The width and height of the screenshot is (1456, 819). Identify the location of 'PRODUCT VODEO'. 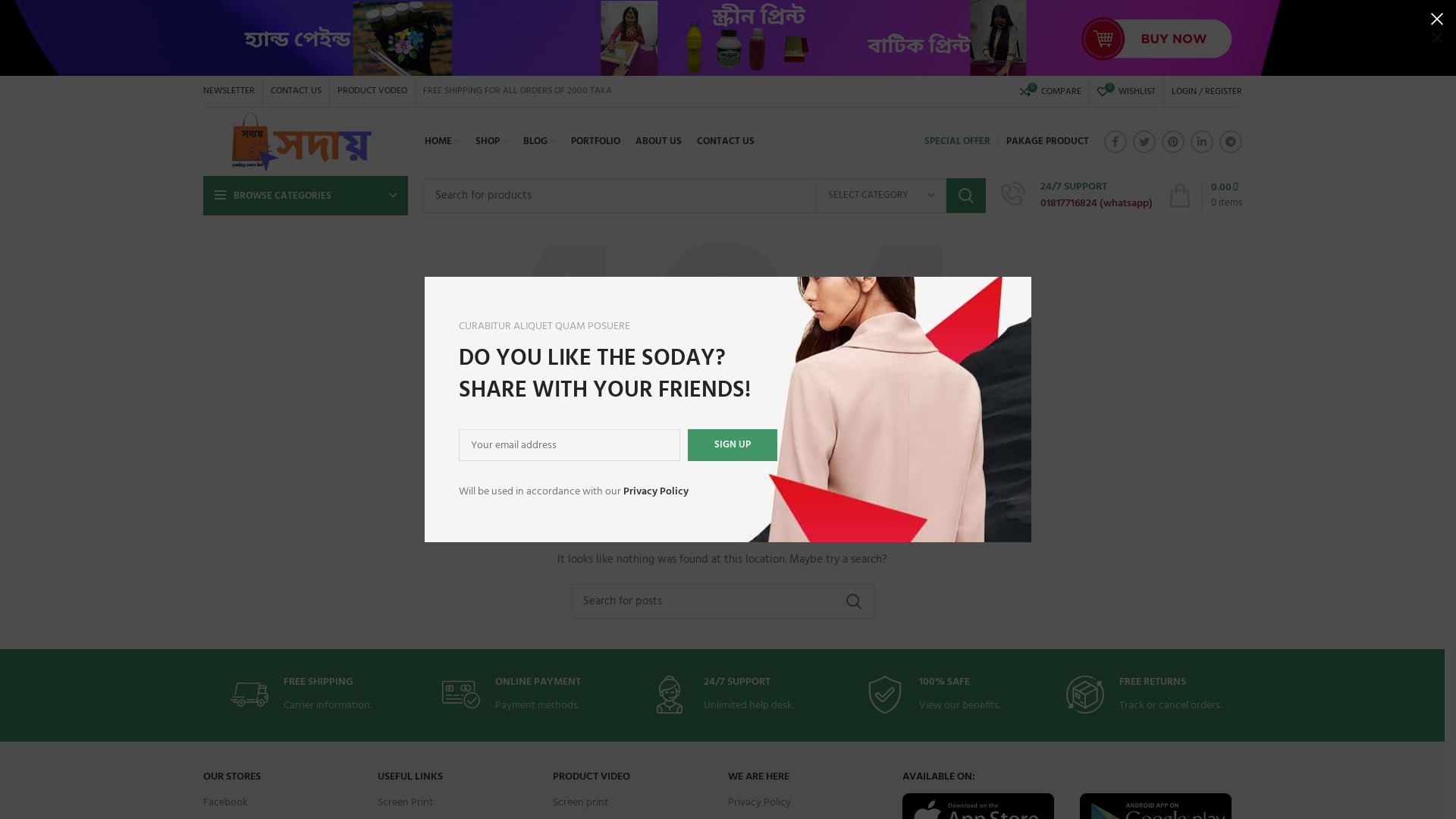
(328, 91).